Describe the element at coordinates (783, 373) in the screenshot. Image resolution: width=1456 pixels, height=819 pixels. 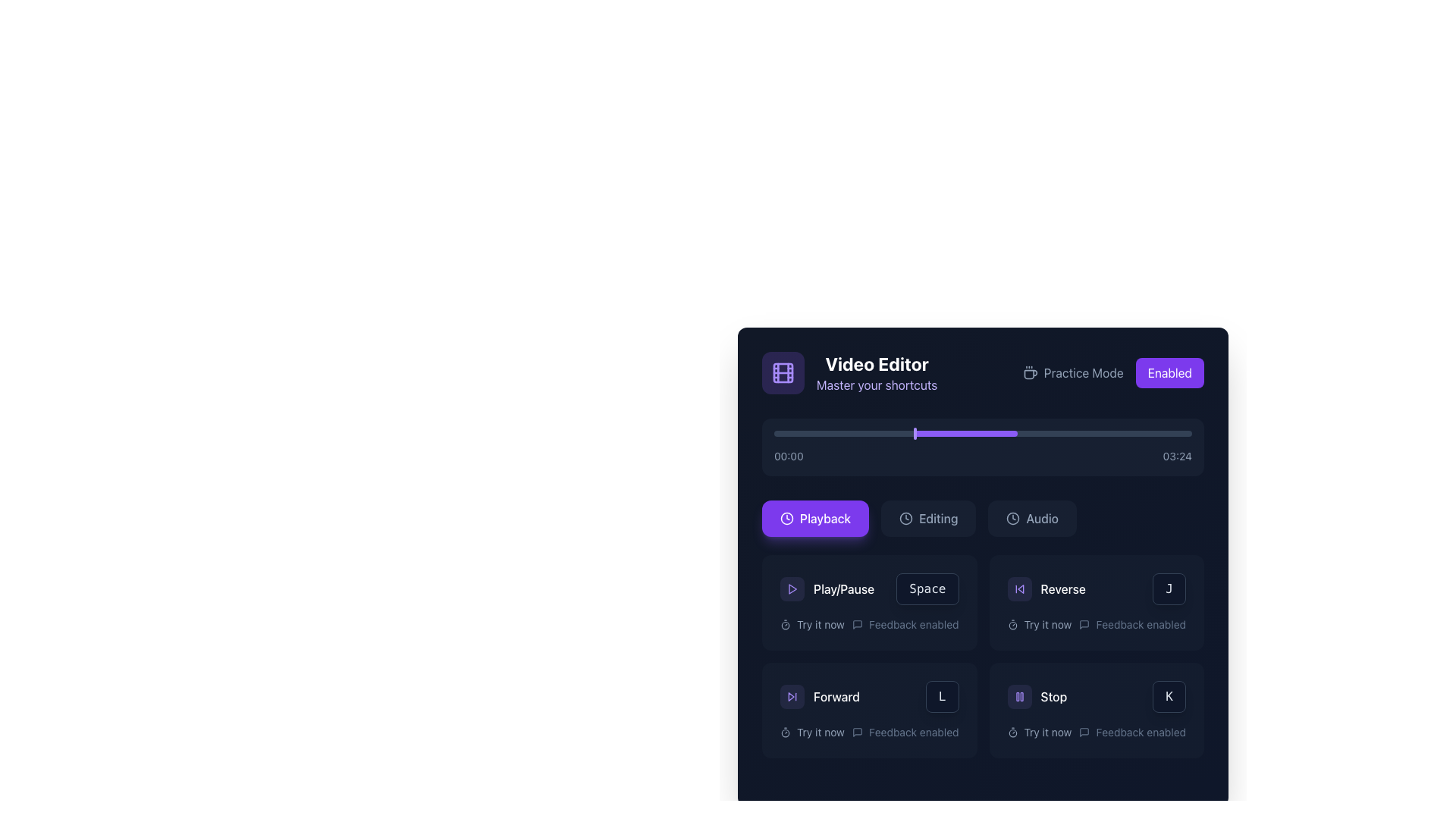
I see `the 'Video Editor' icon located at the top-left corner of the section displaying 'Video Editor' and 'Master your shortcuts'` at that location.